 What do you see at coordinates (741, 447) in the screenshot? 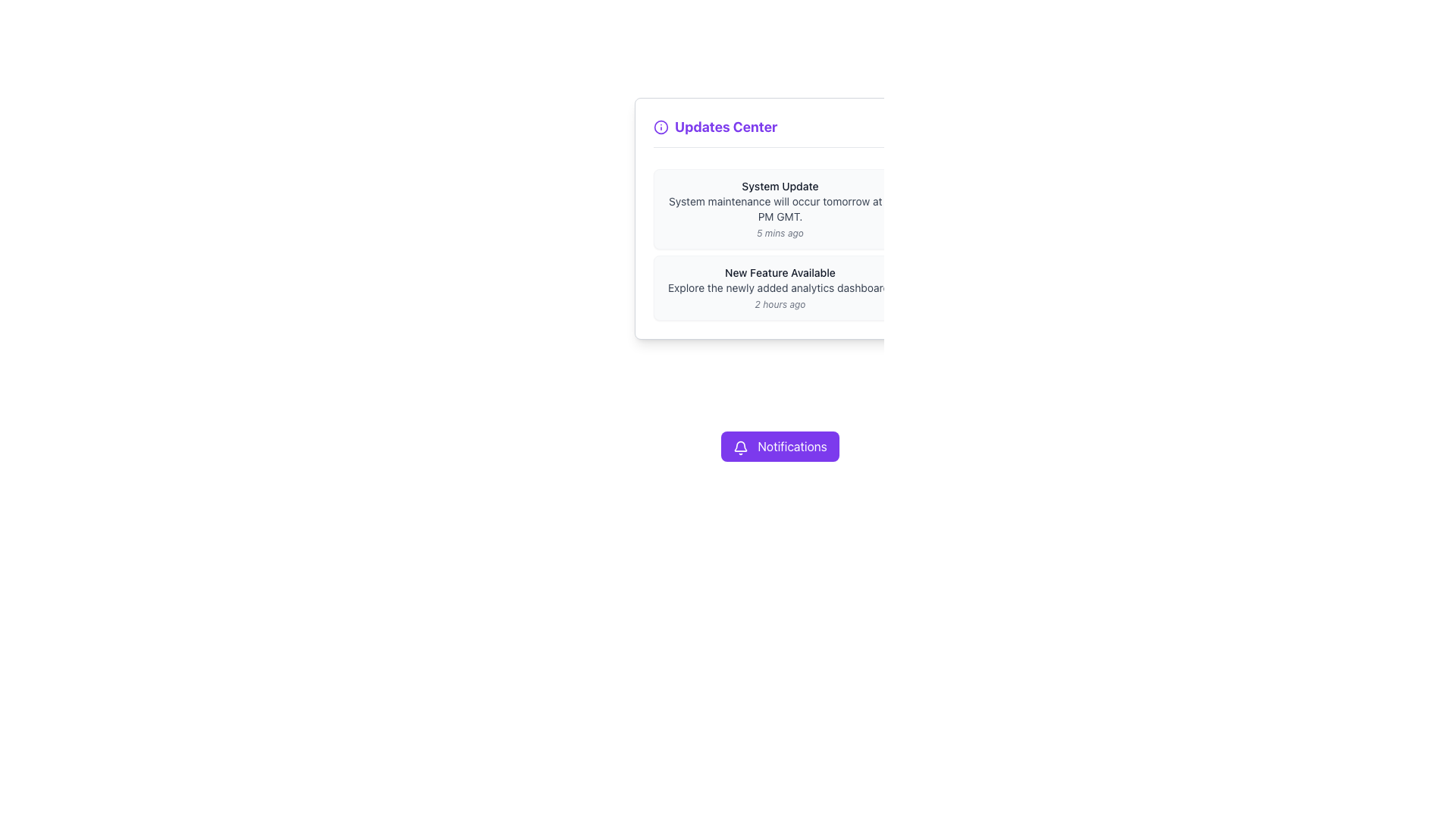
I see `the bell icon, which is a minimalistic SVG element styled in violet and located to the left of the 'Notifications' button` at bounding box center [741, 447].